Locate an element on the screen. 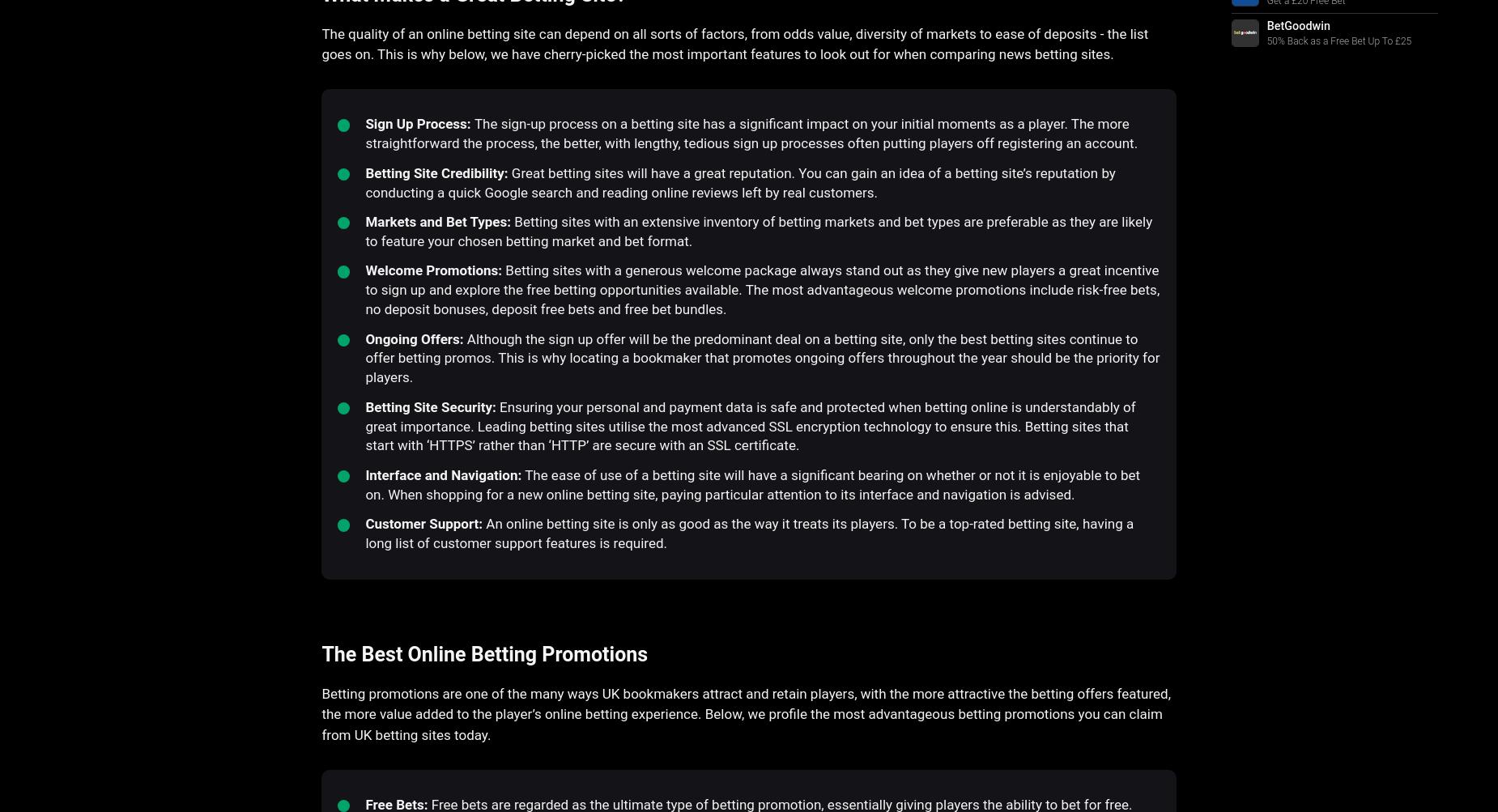 The height and width of the screenshot is (812, 1498). 'An online betting site is only as good as the way it treats its players. To be a top-rated betting site, having a long list of customer support features is required.' is located at coordinates (749, 533).